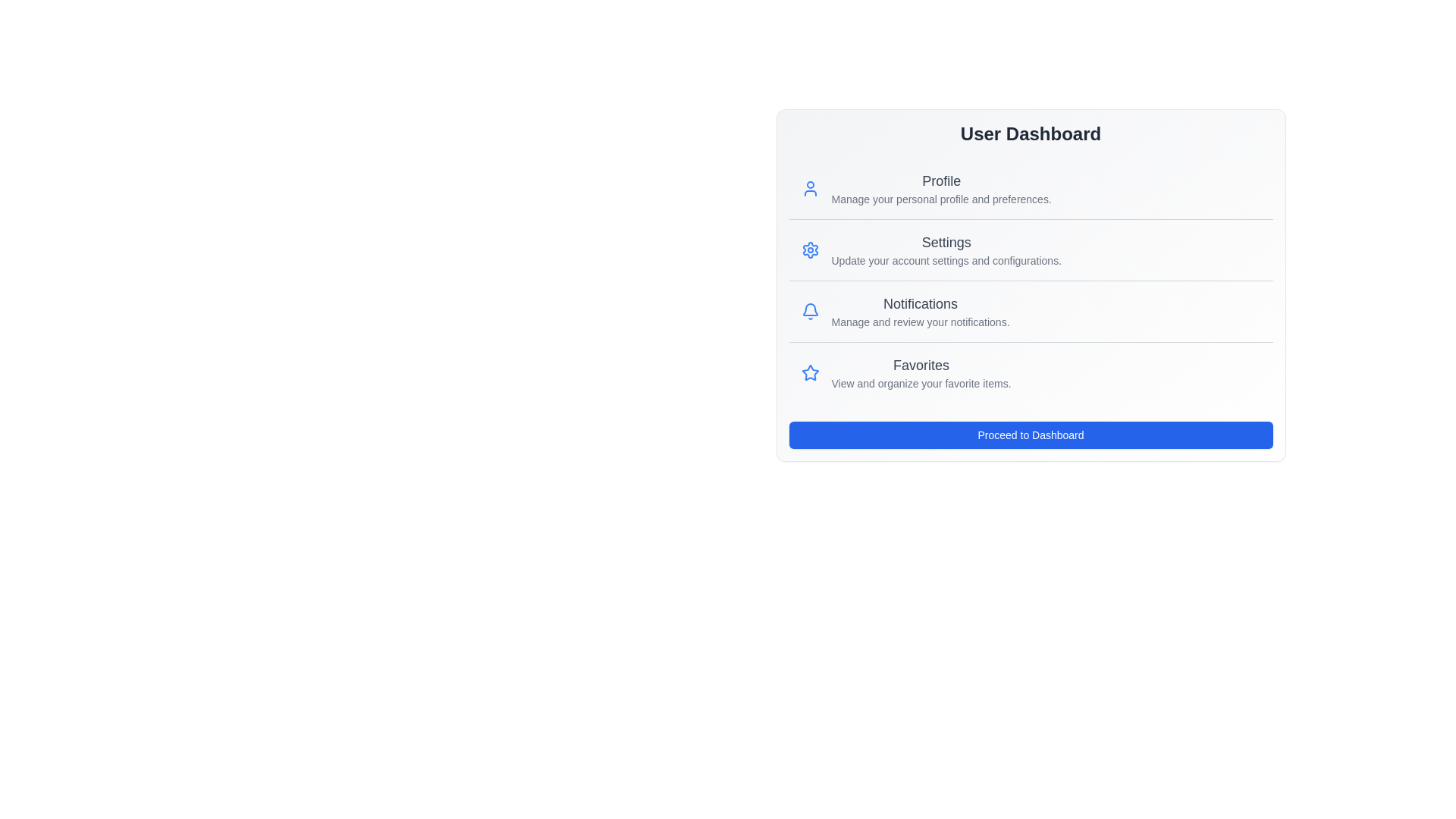  What do you see at coordinates (920, 382) in the screenshot?
I see `the informational text located directly below the 'Favorites' header in the Favorites section of the user dashboard` at bounding box center [920, 382].